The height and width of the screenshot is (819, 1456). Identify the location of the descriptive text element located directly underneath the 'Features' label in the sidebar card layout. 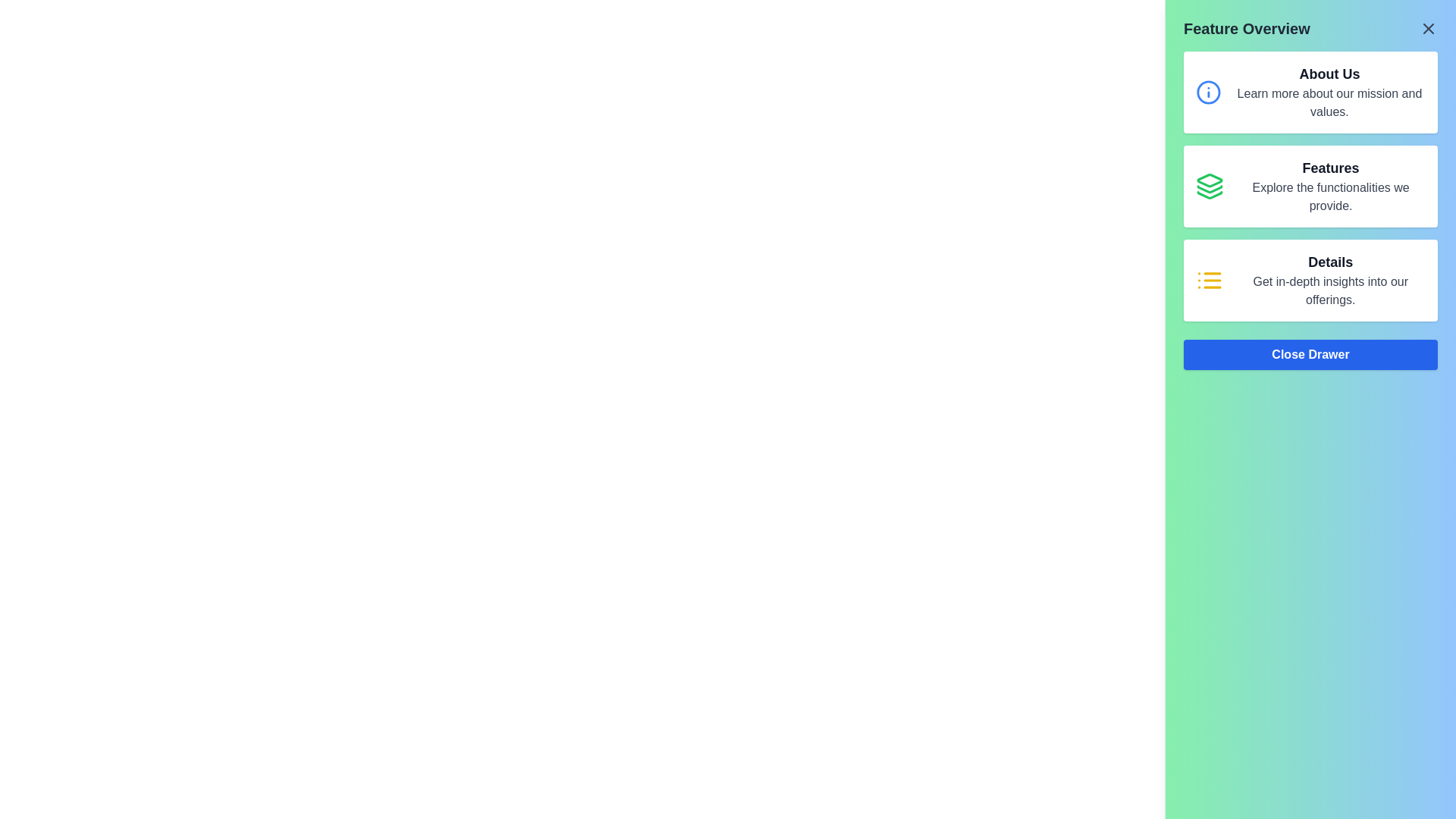
(1330, 196).